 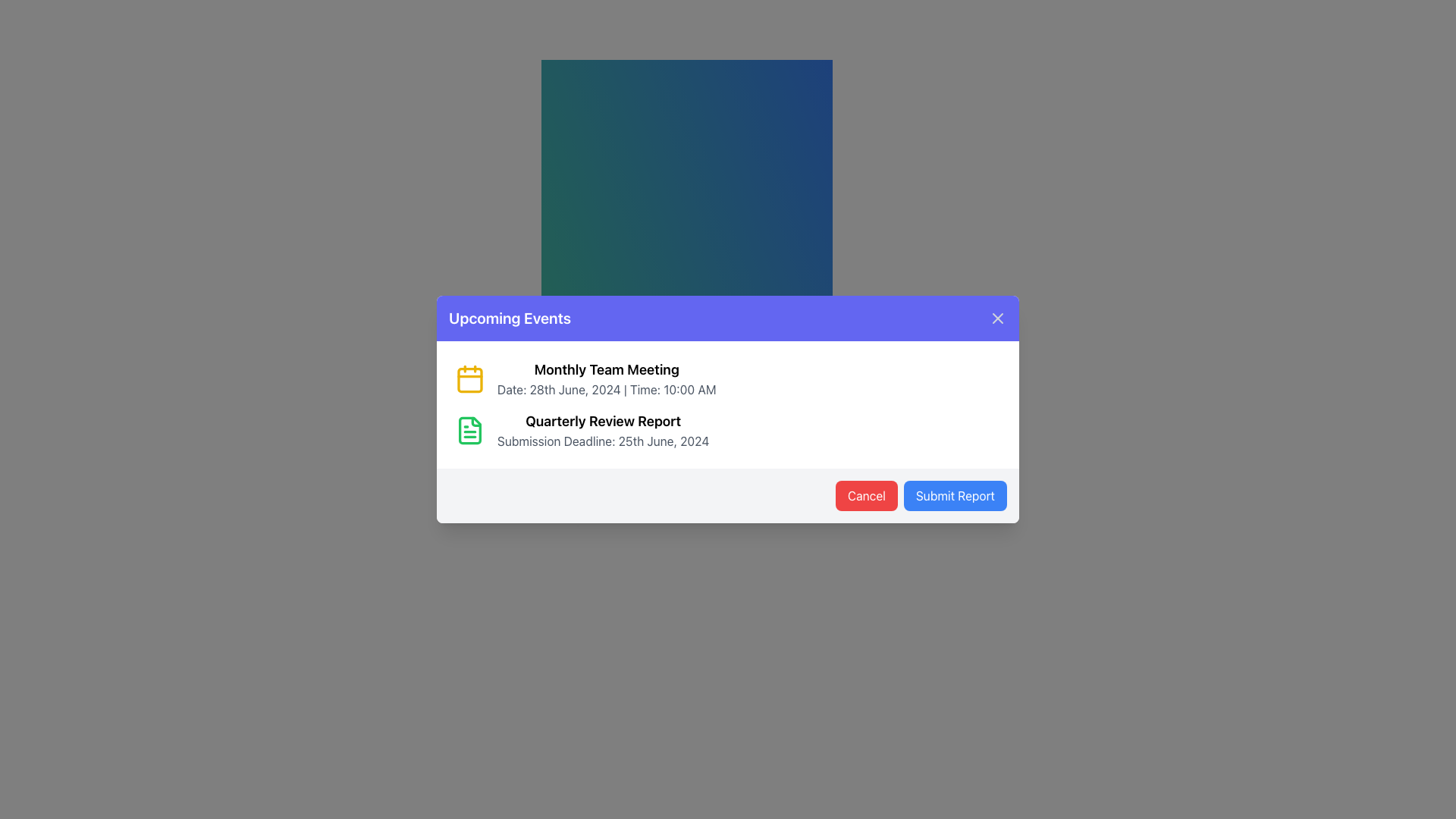 What do you see at coordinates (607, 378) in the screenshot?
I see `event details displayed in the text component labeled 'Monthly Team Meeting' inside the modal dialog below 'Upcoming Events'` at bounding box center [607, 378].